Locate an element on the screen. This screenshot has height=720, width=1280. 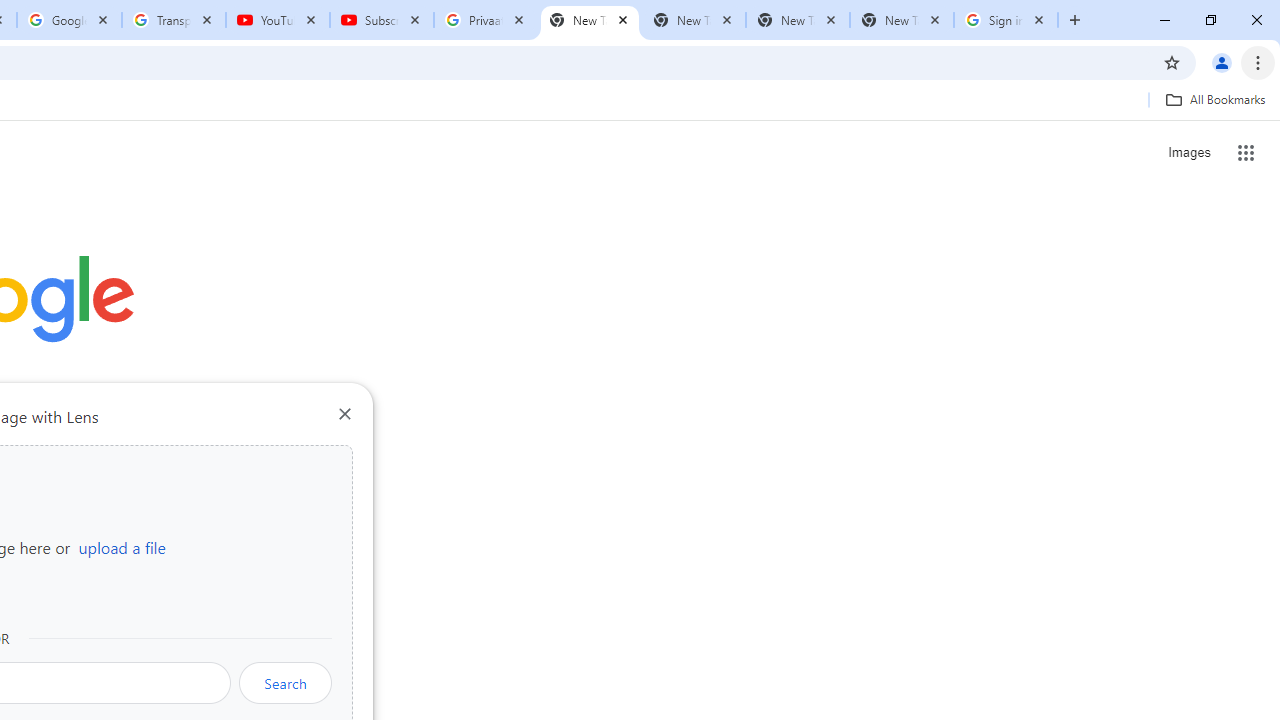
'upload a file' is located at coordinates (121, 547).